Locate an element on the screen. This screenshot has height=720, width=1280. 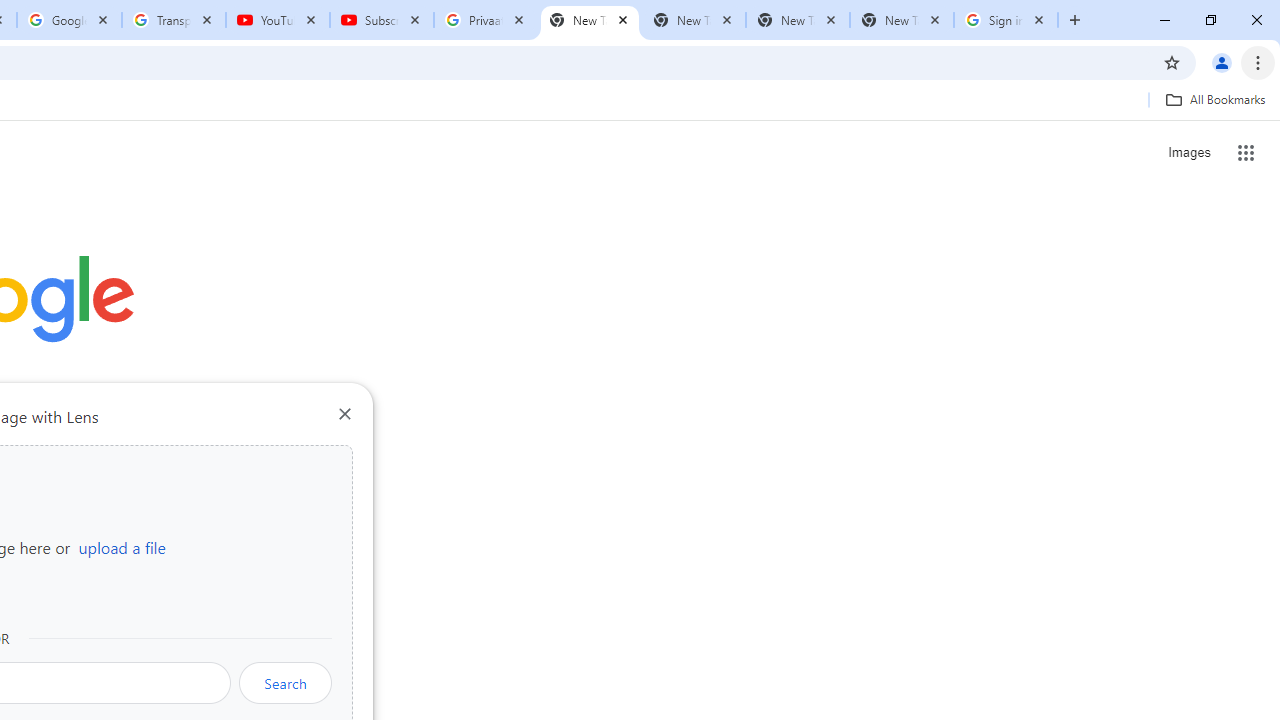
'upload a file' is located at coordinates (121, 547).